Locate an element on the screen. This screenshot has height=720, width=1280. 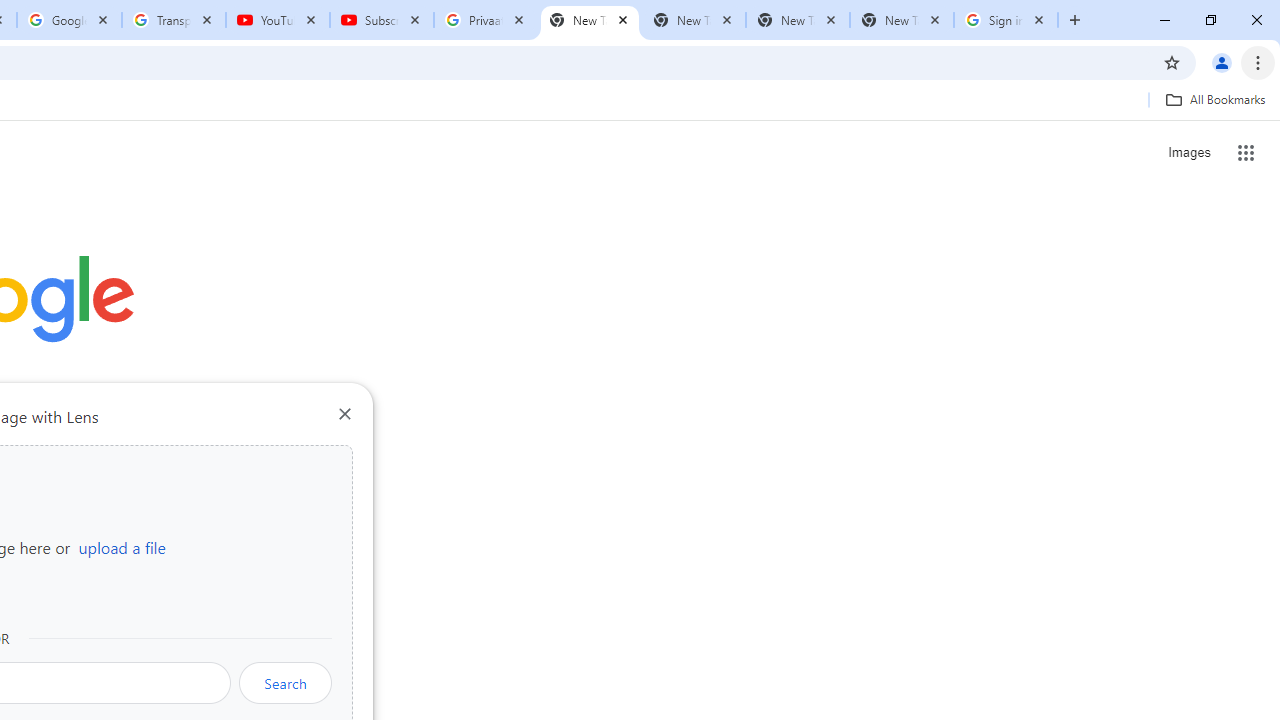
'upload a file' is located at coordinates (121, 547).